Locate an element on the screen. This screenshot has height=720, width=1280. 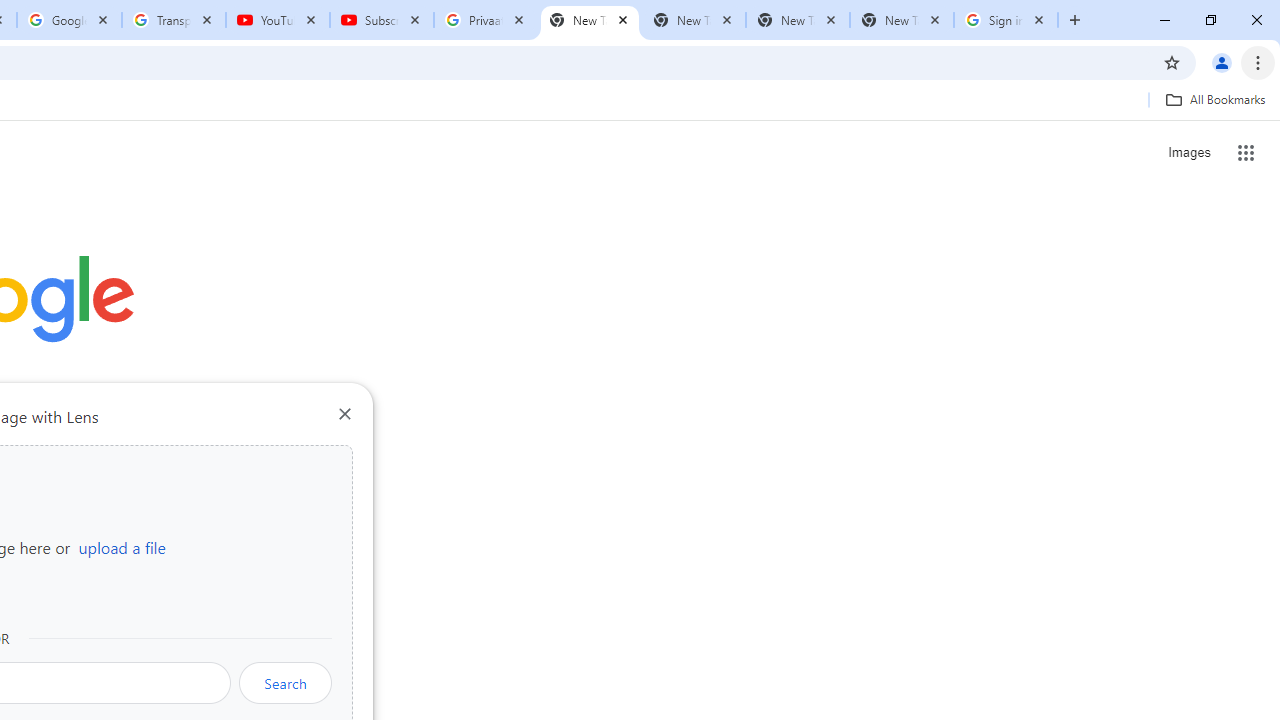
'upload a file' is located at coordinates (121, 547).